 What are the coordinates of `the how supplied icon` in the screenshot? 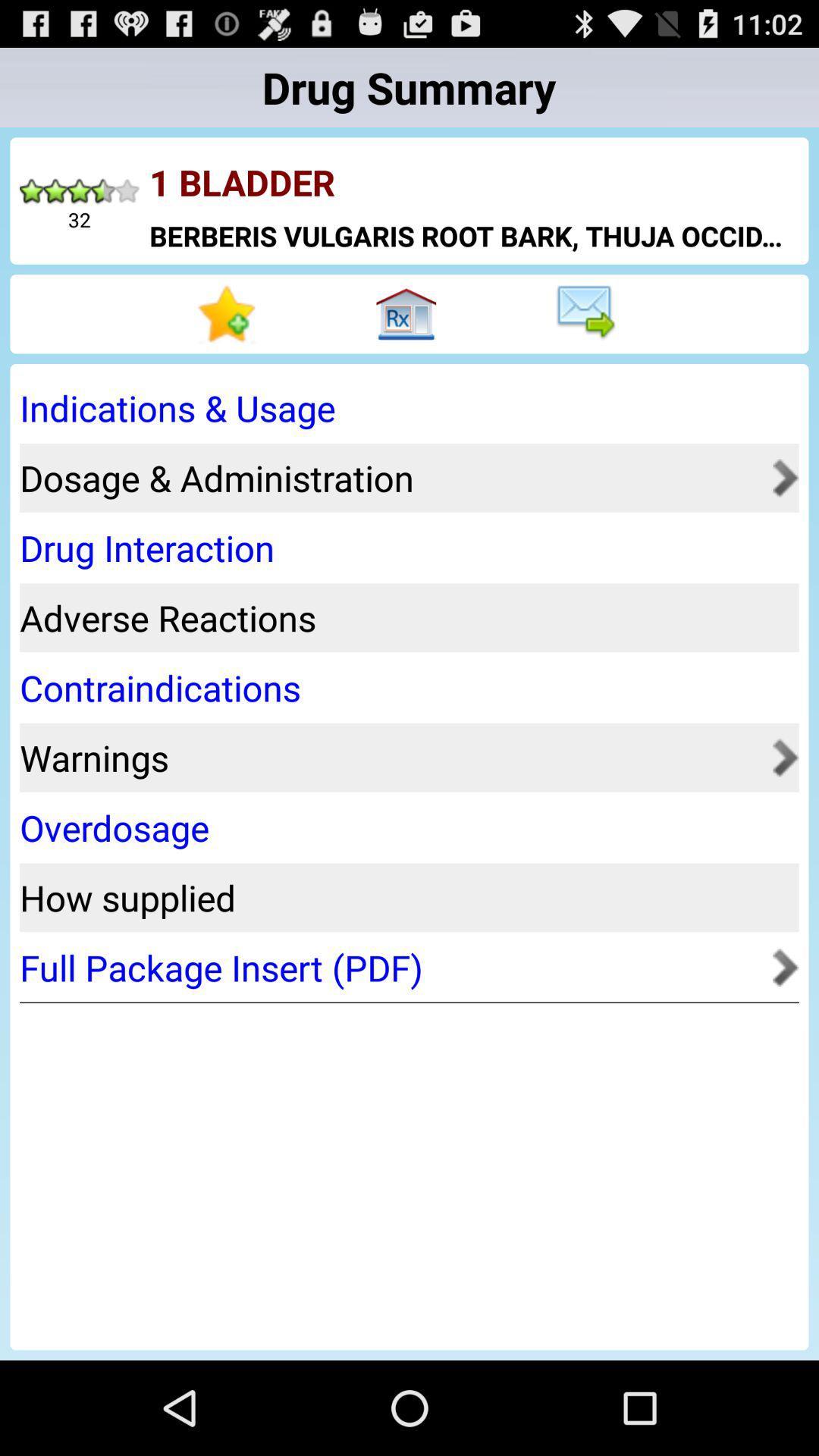 It's located at (403, 897).